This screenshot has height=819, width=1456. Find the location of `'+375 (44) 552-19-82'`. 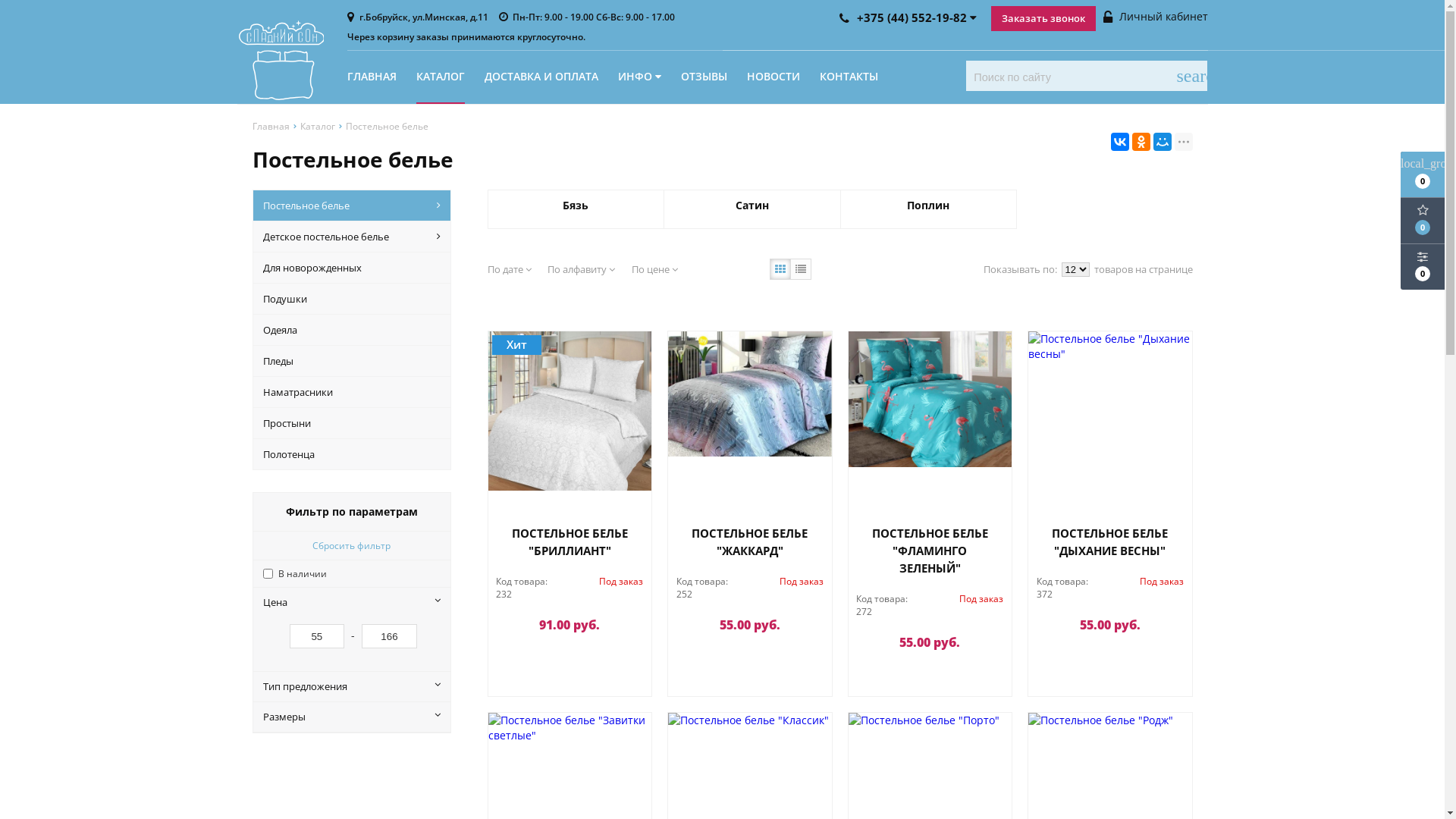

'+375 (44) 552-19-82' is located at coordinates (837, 17).